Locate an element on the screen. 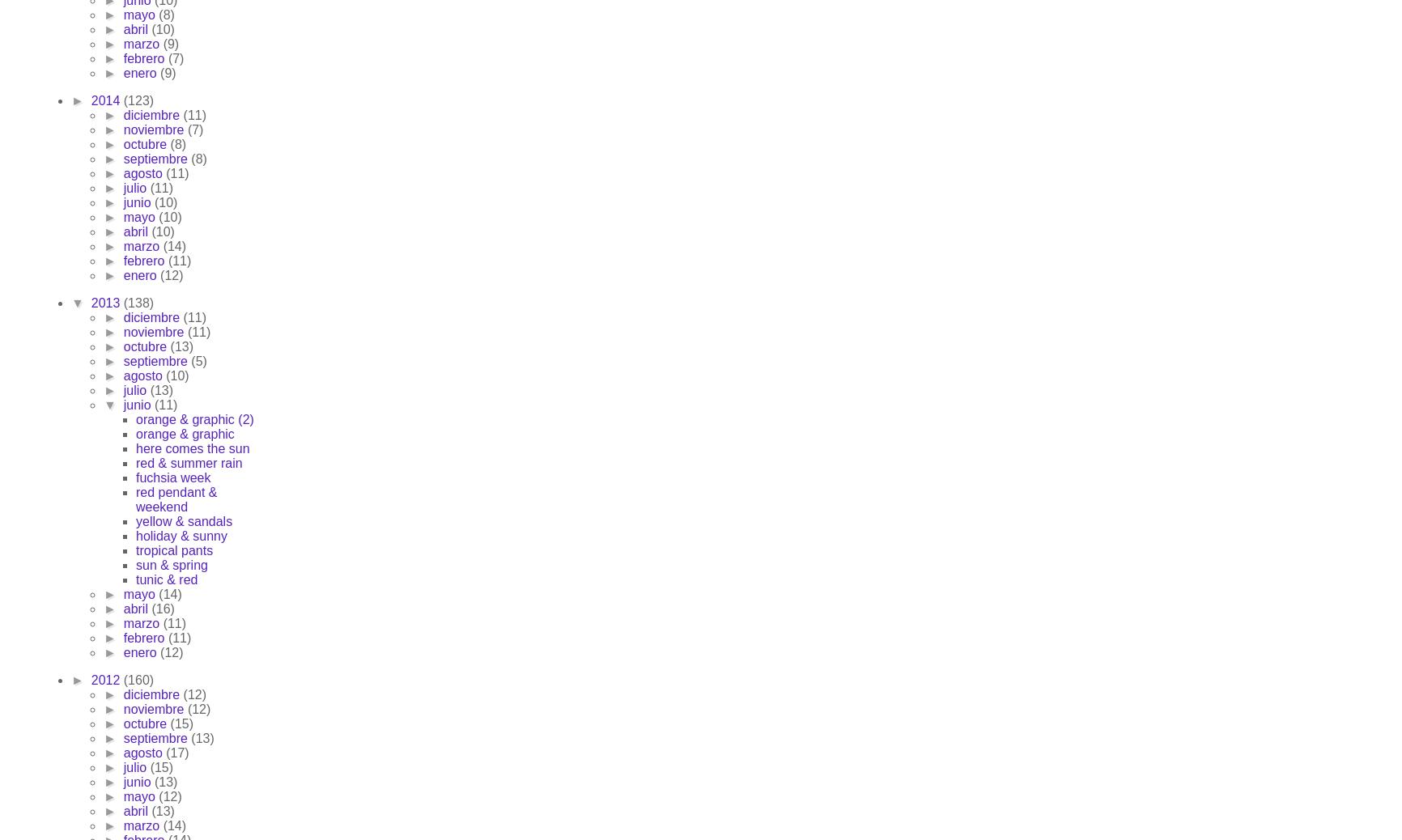 This screenshot has width=1402, height=840. '2014' is located at coordinates (106, 99).